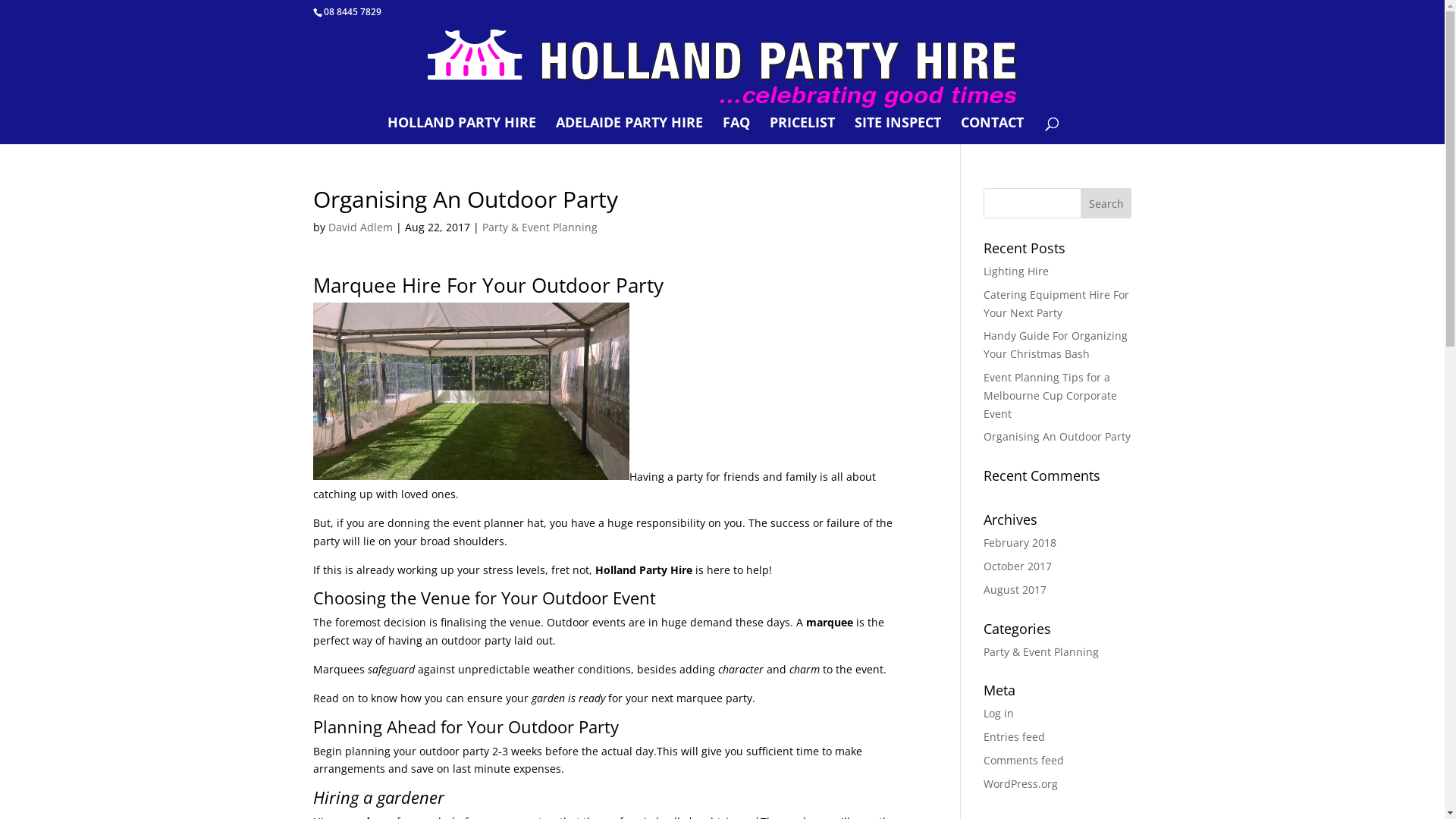  Describe the element at coordinates (1014, 736) in the screenshot. I see `'Entries feed'` at that location.